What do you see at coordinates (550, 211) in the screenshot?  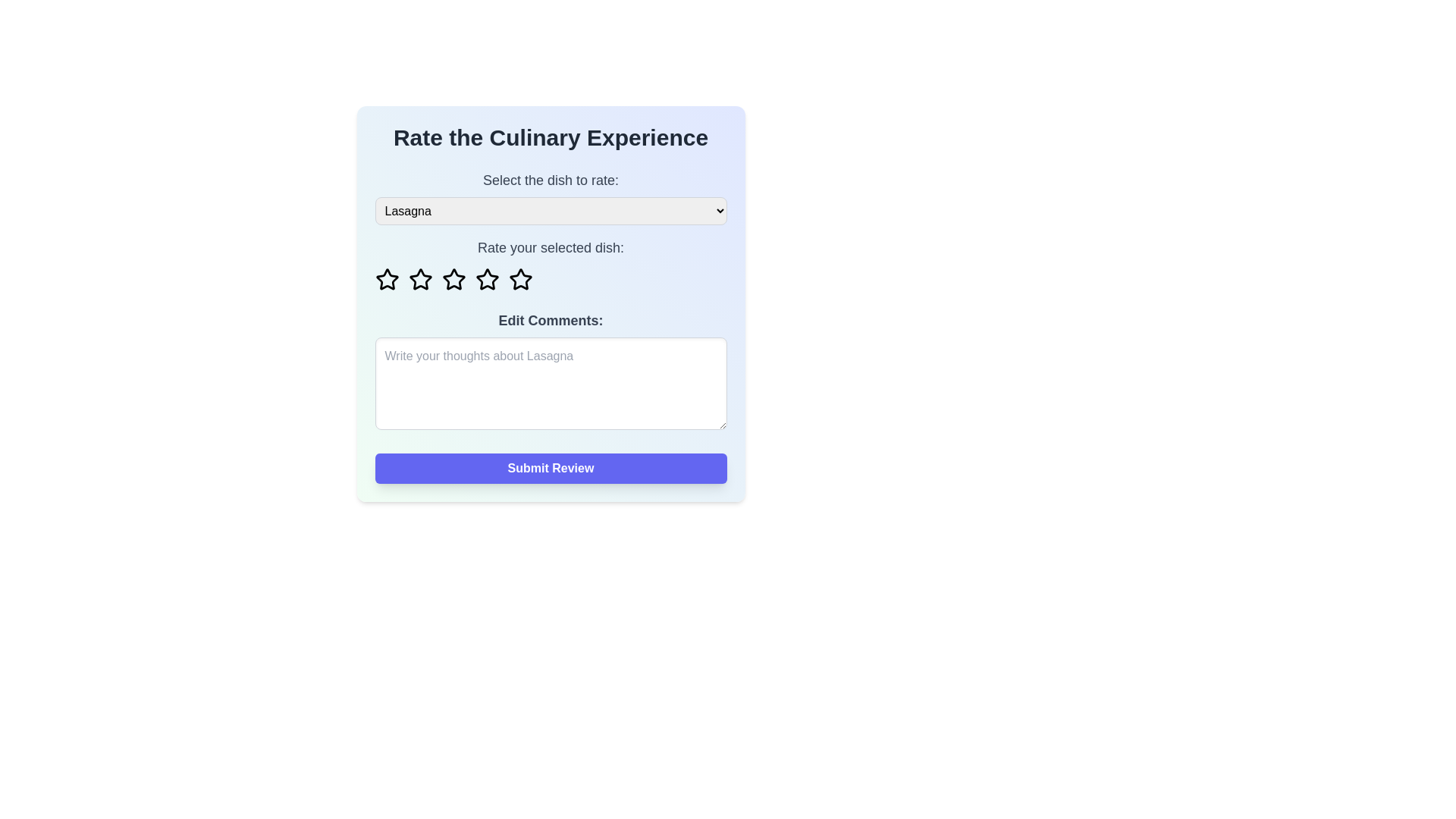 I see `an option from the dropdown menu that currently displays 'Lasagna', which is styled with a light gray border and rounded rectangle shape, positioned below the heading 'Select the dish to rate:' and above the rating stars section` at bounding box center [550, 211].